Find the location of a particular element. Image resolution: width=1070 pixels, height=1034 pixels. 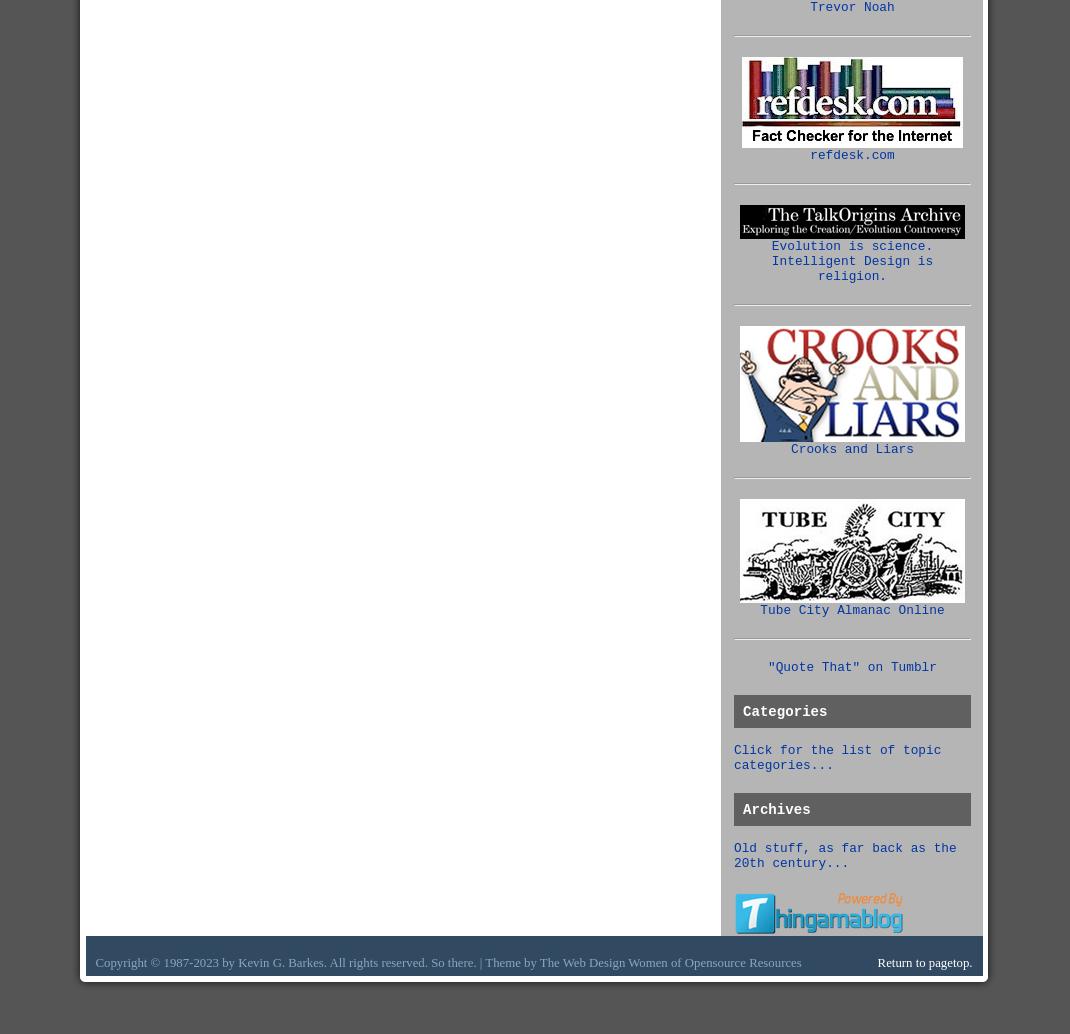

'Evolution is science. Intelligent Design is religion.' is located at coordinates (852, 260).